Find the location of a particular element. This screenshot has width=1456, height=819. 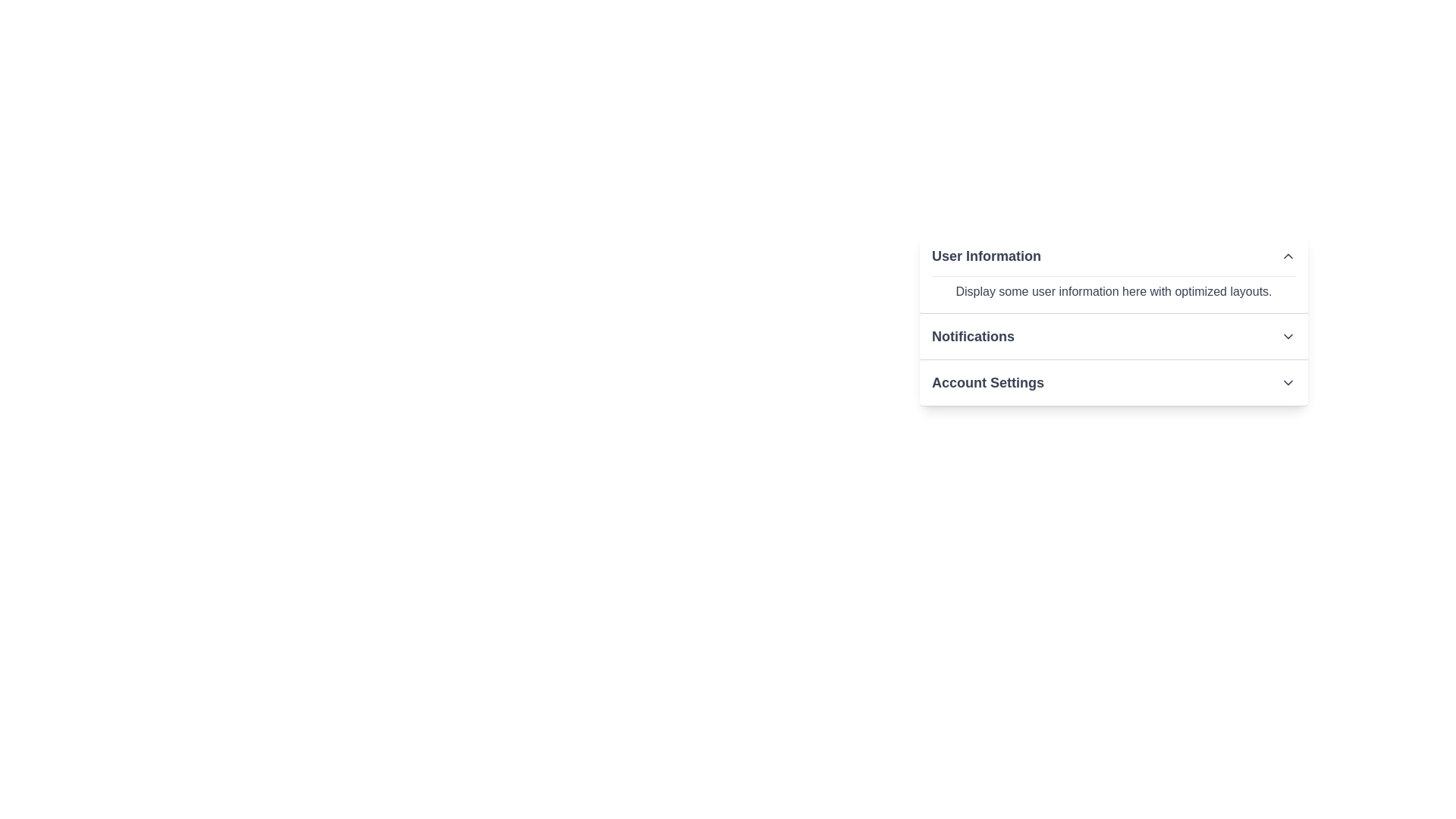

the static text that states 'Display some user information here with optimized layouts.' located under the 'User Information' header is located at coordinates (1113, 292).